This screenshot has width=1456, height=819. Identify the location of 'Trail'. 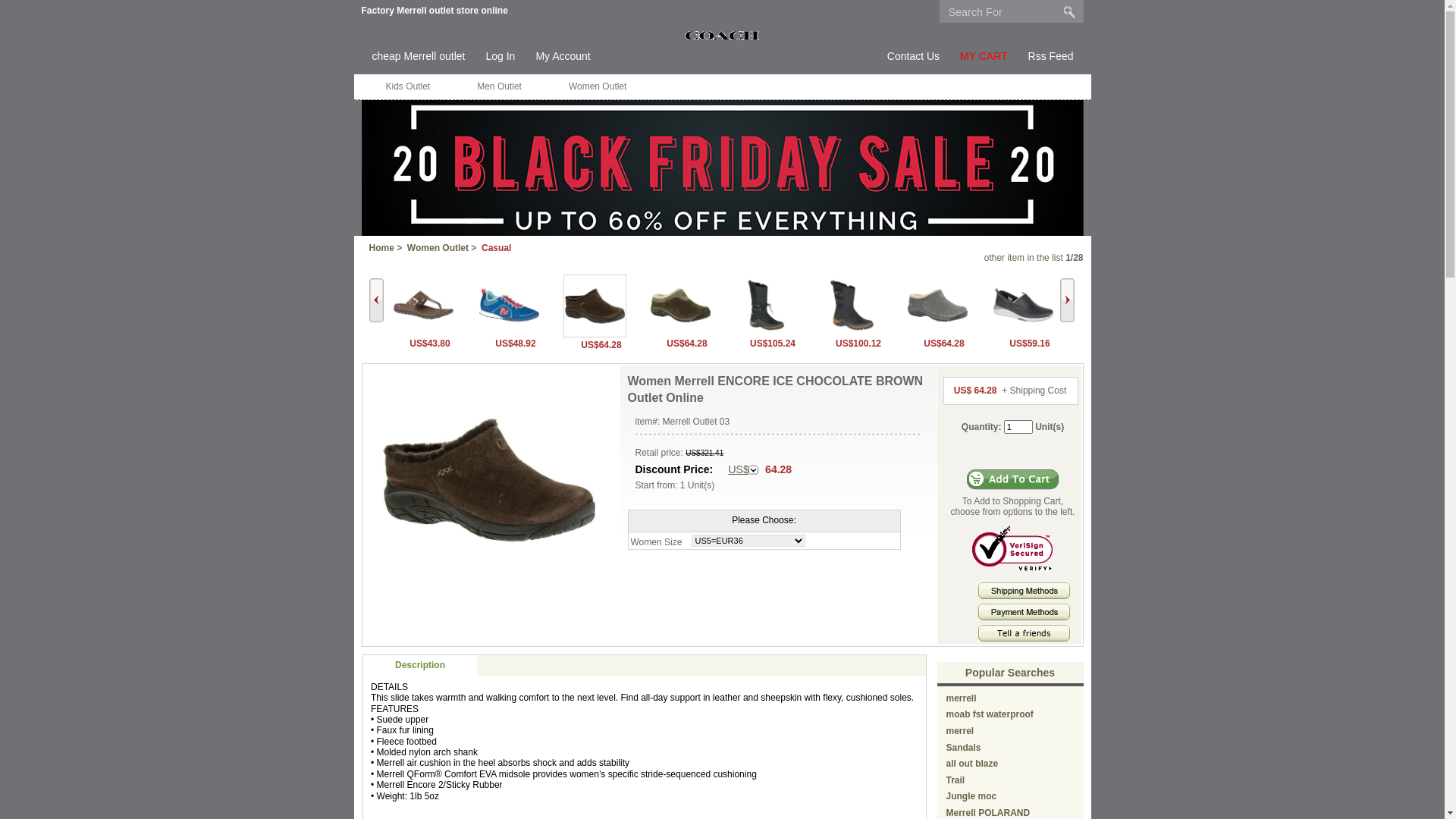
(955, 780).